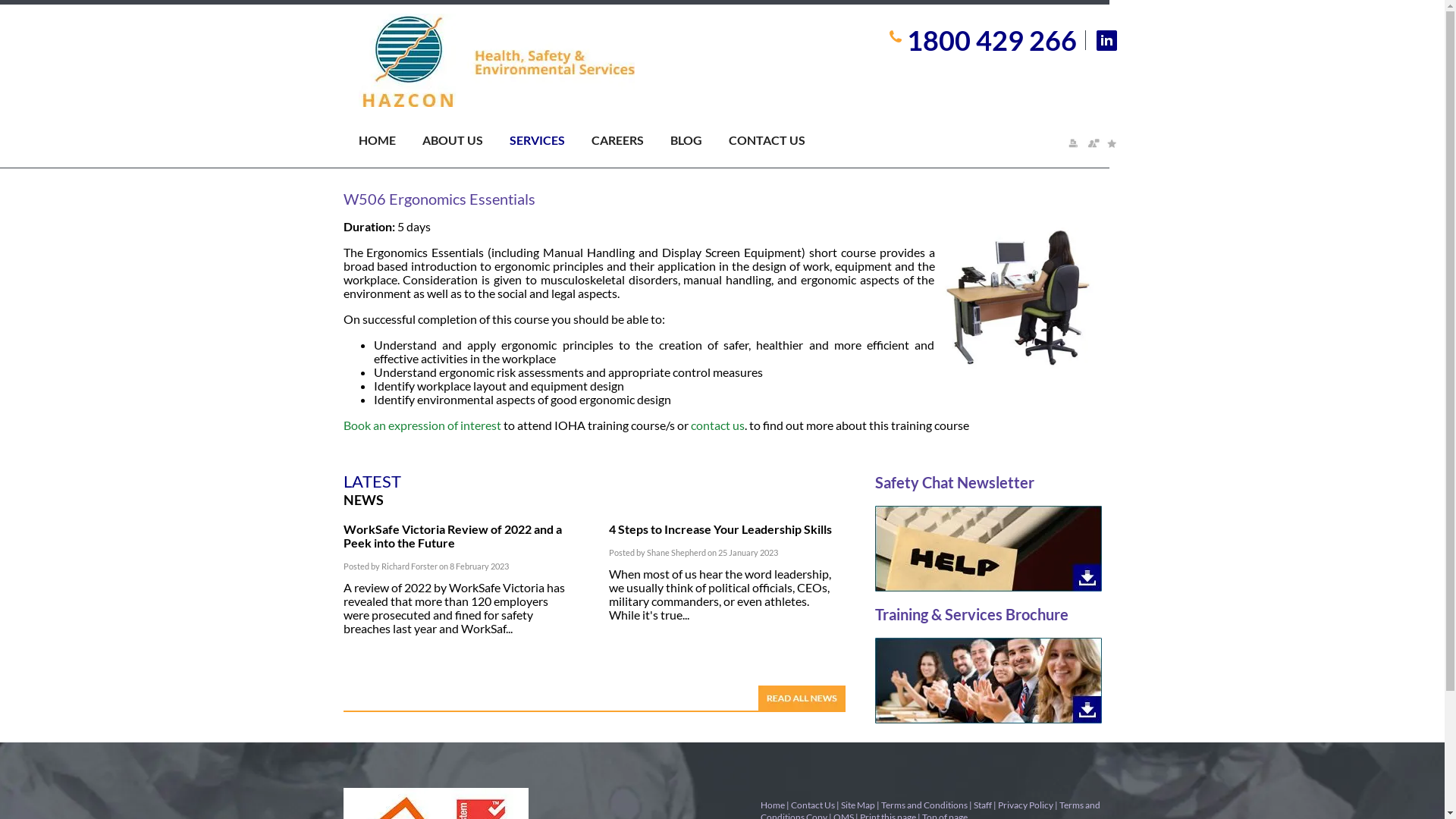 The image size is (1456, 819). Describe the element at coordinates (341, 425) in the screenshot. I see `'Book an expression of interest'` at that location.